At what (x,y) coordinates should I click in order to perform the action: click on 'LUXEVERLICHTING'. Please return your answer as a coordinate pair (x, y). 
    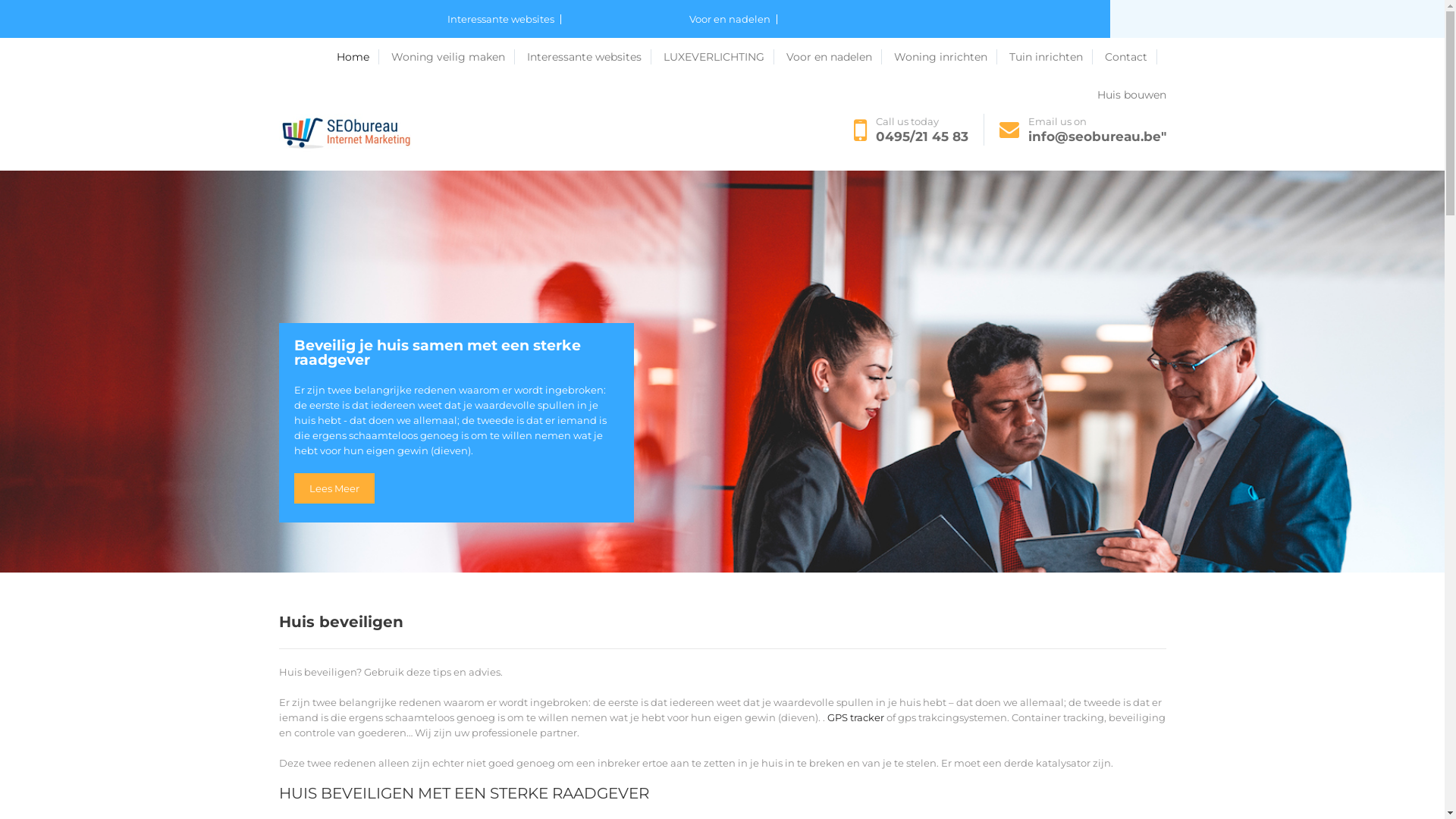
    Looking at the image, I should click on (717, 55).